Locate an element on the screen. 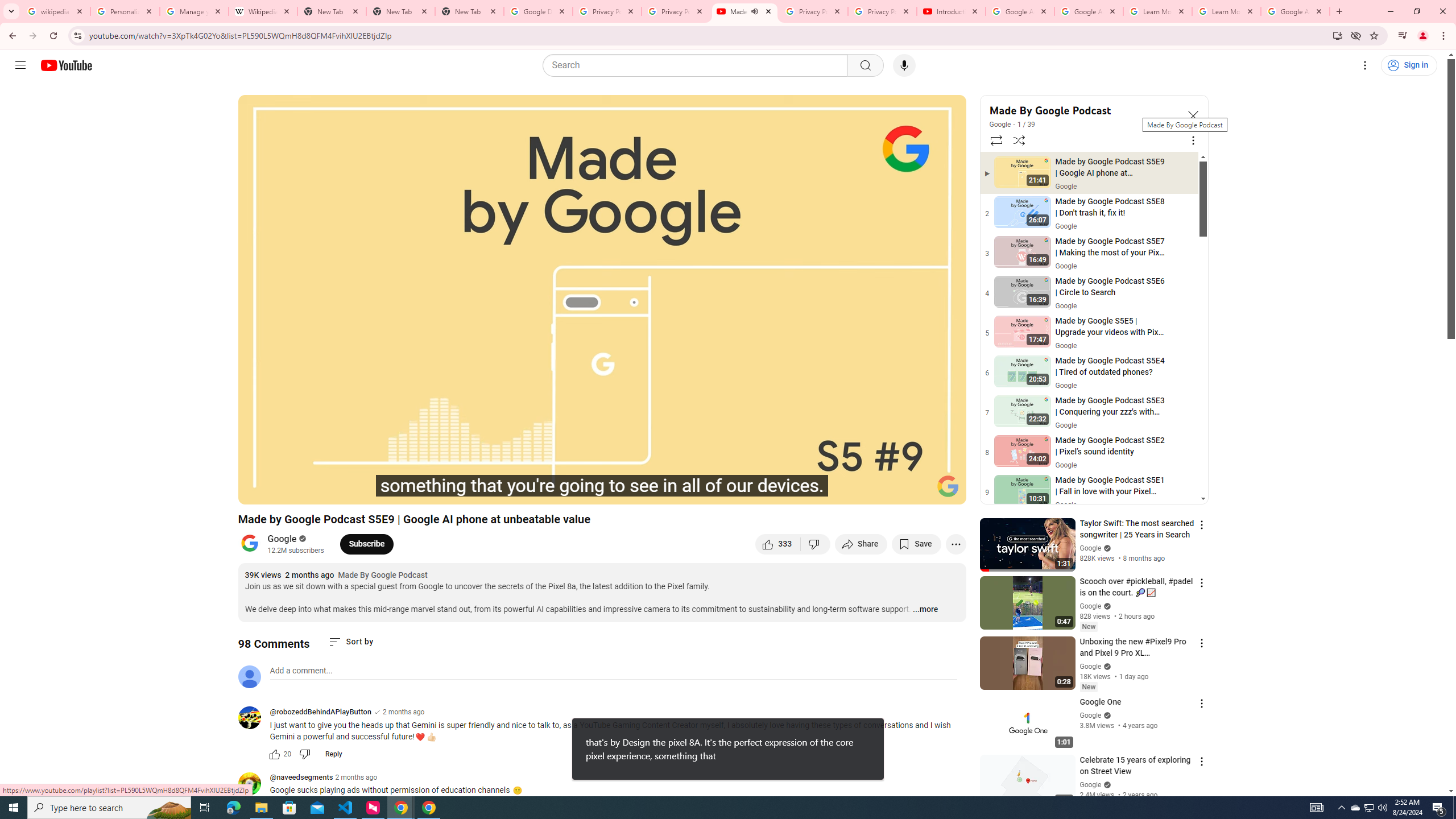  'Share' is located at coordinates (861, 543).